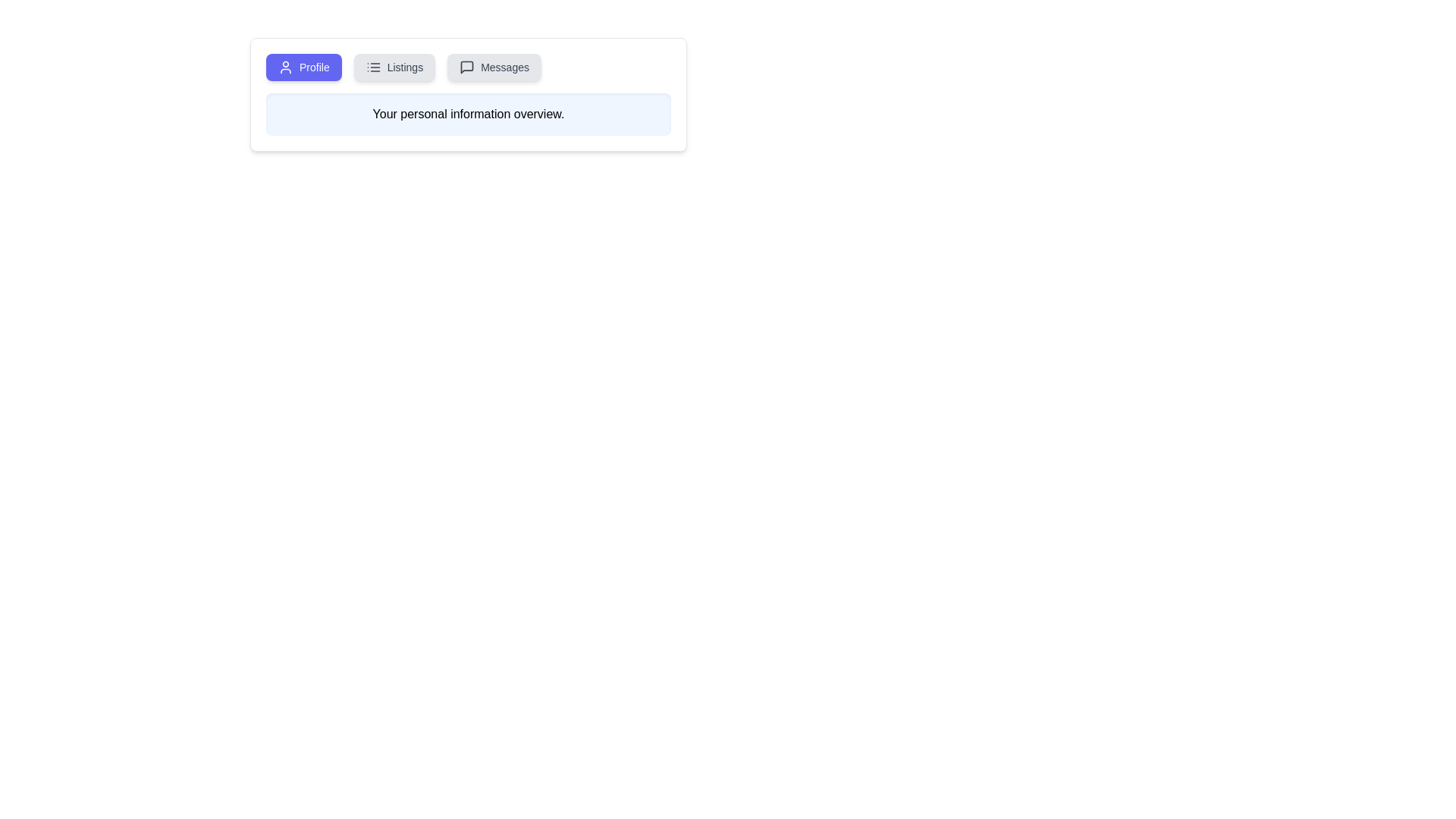 This screenshot has width=1456, height=819. I want to click on the Messages tab by clicking on it, so click(494, 66).